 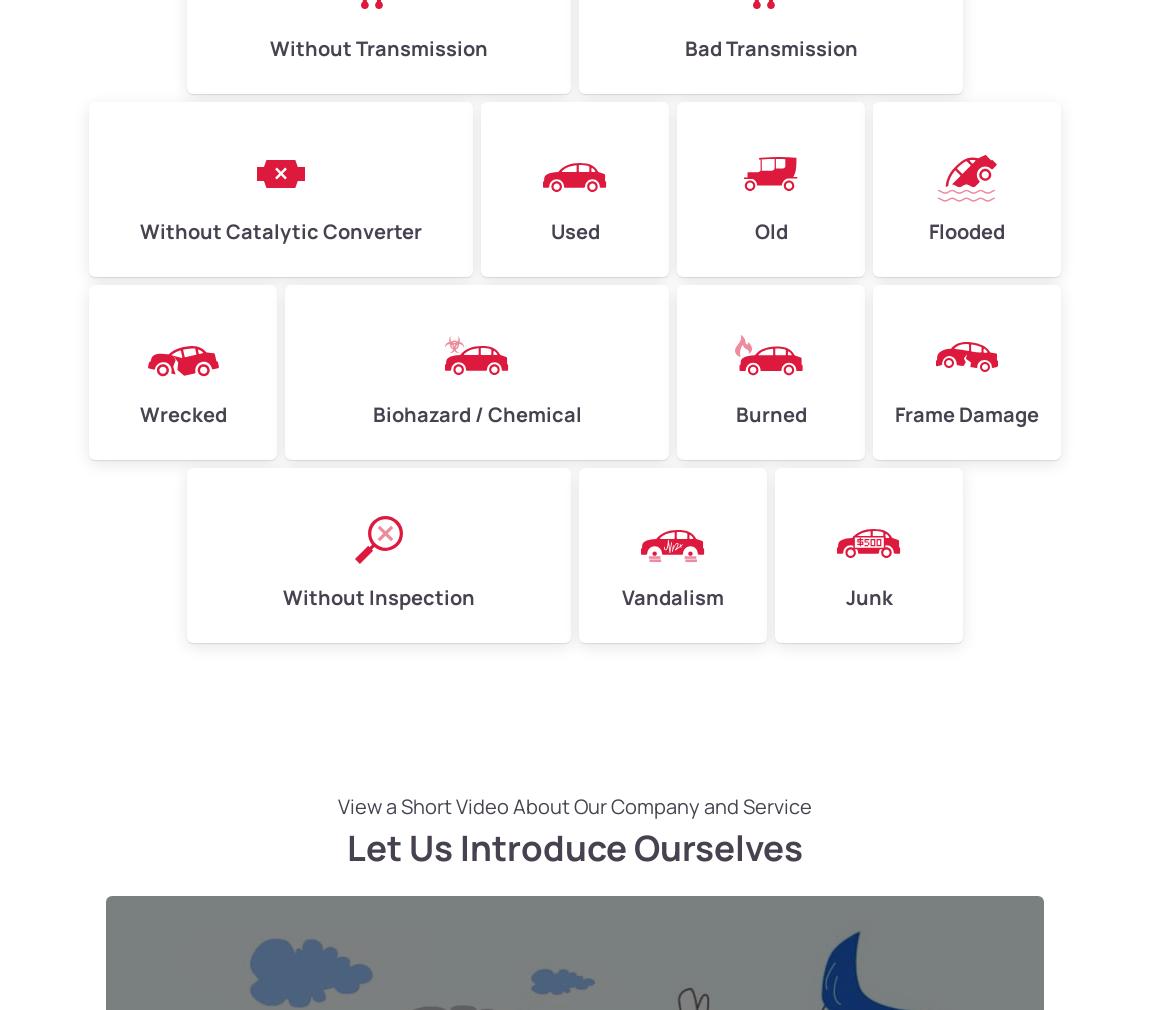 What do you see at coordinates (967, 414) in the screenshot?
I see `'Frame Damage'` at bounding box center [967, 414].